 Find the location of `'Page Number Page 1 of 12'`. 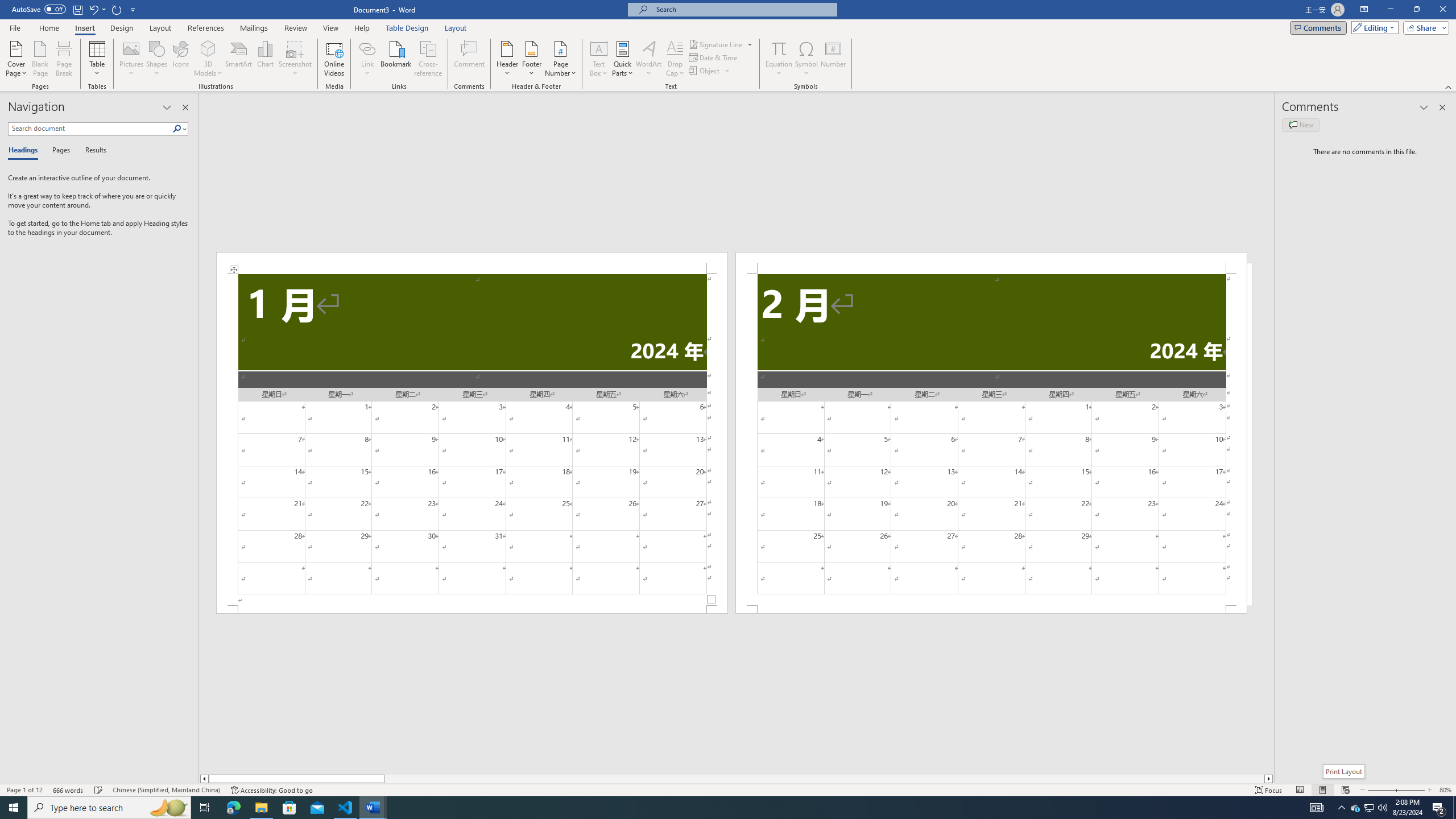

'Page Number Page 1 of 12' is located at coordinates (24, 790).